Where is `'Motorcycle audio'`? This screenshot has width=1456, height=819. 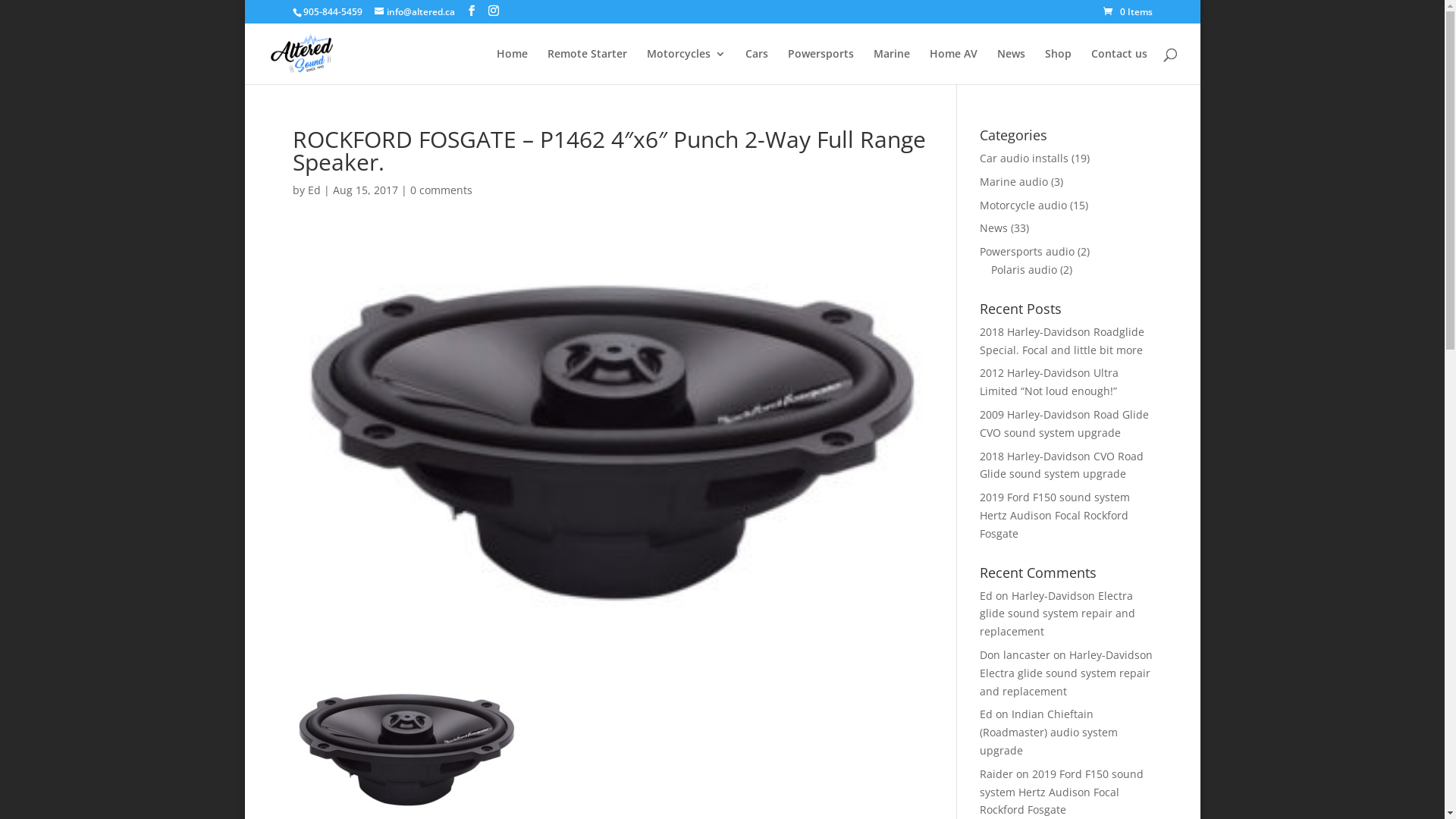
'Motorcycle audio' is located at coordinates (1023, 205).